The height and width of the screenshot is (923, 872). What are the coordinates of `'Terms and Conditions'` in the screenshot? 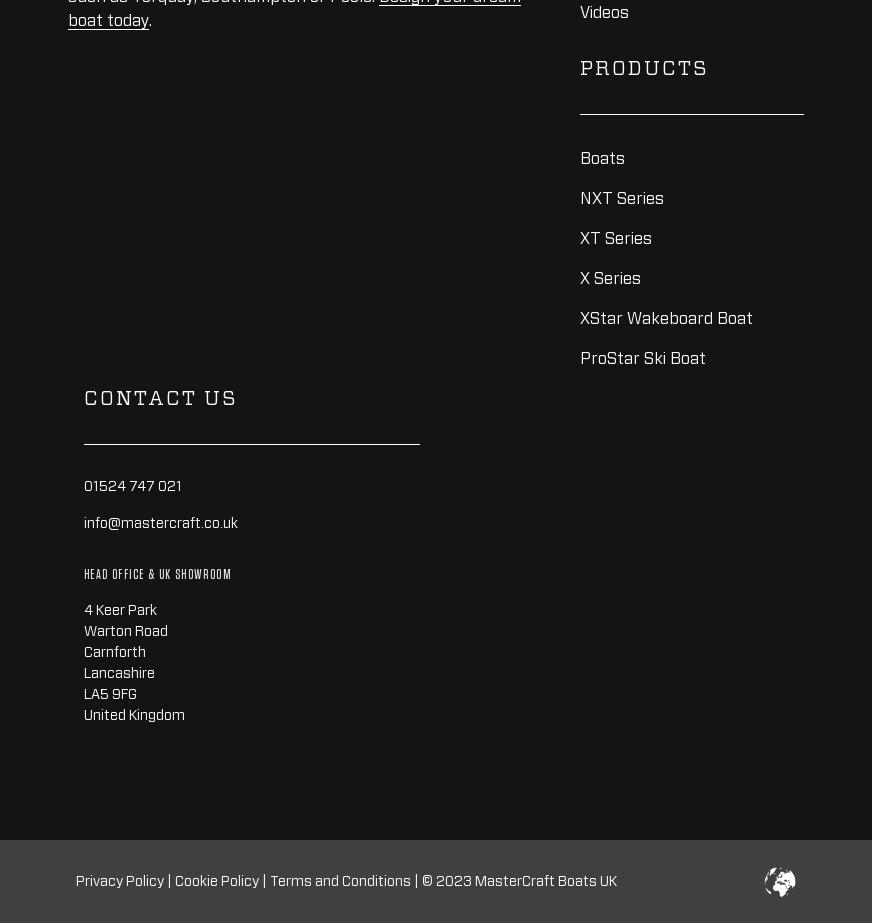 It's located at (340, 880).